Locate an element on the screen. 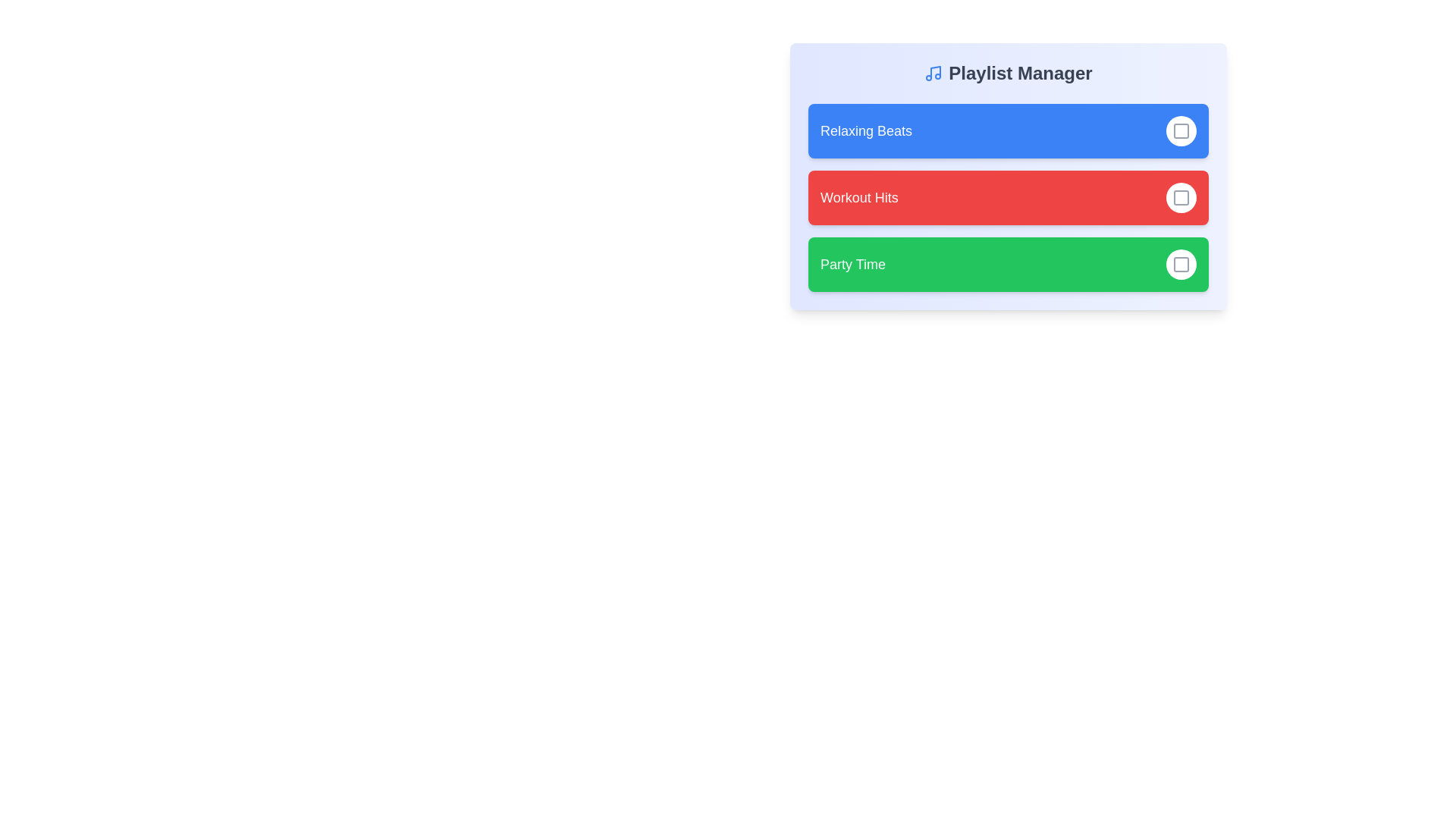 This screenshot has width=1456, height=819. the selection button for the 'Relaxing Beats' playlist is located at coordinates (1181, 130).